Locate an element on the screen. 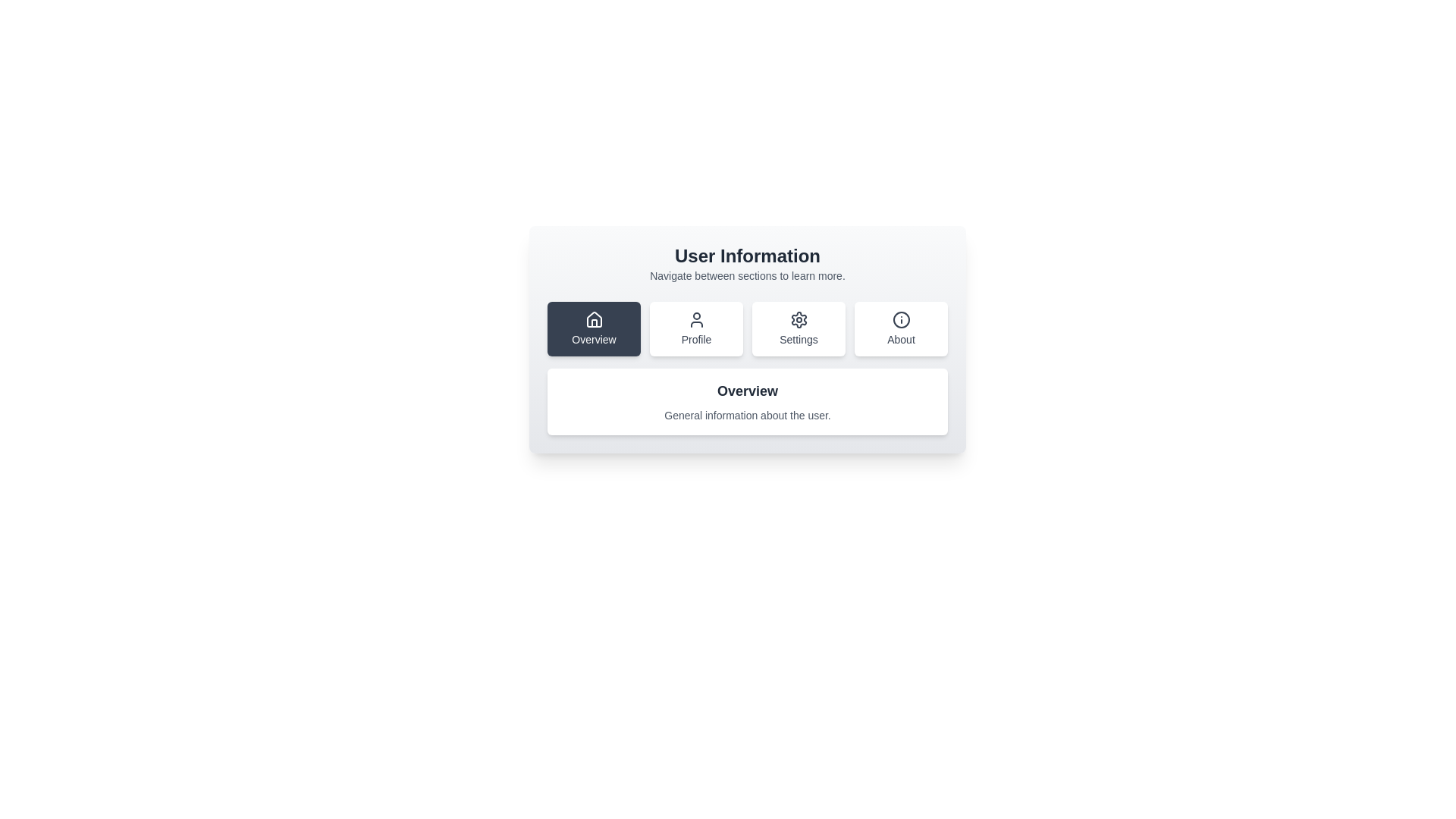  the 'About' button, which is a square icon with a white background and an 'info' icon above the text 'About' is located at coordinates (901, 328).